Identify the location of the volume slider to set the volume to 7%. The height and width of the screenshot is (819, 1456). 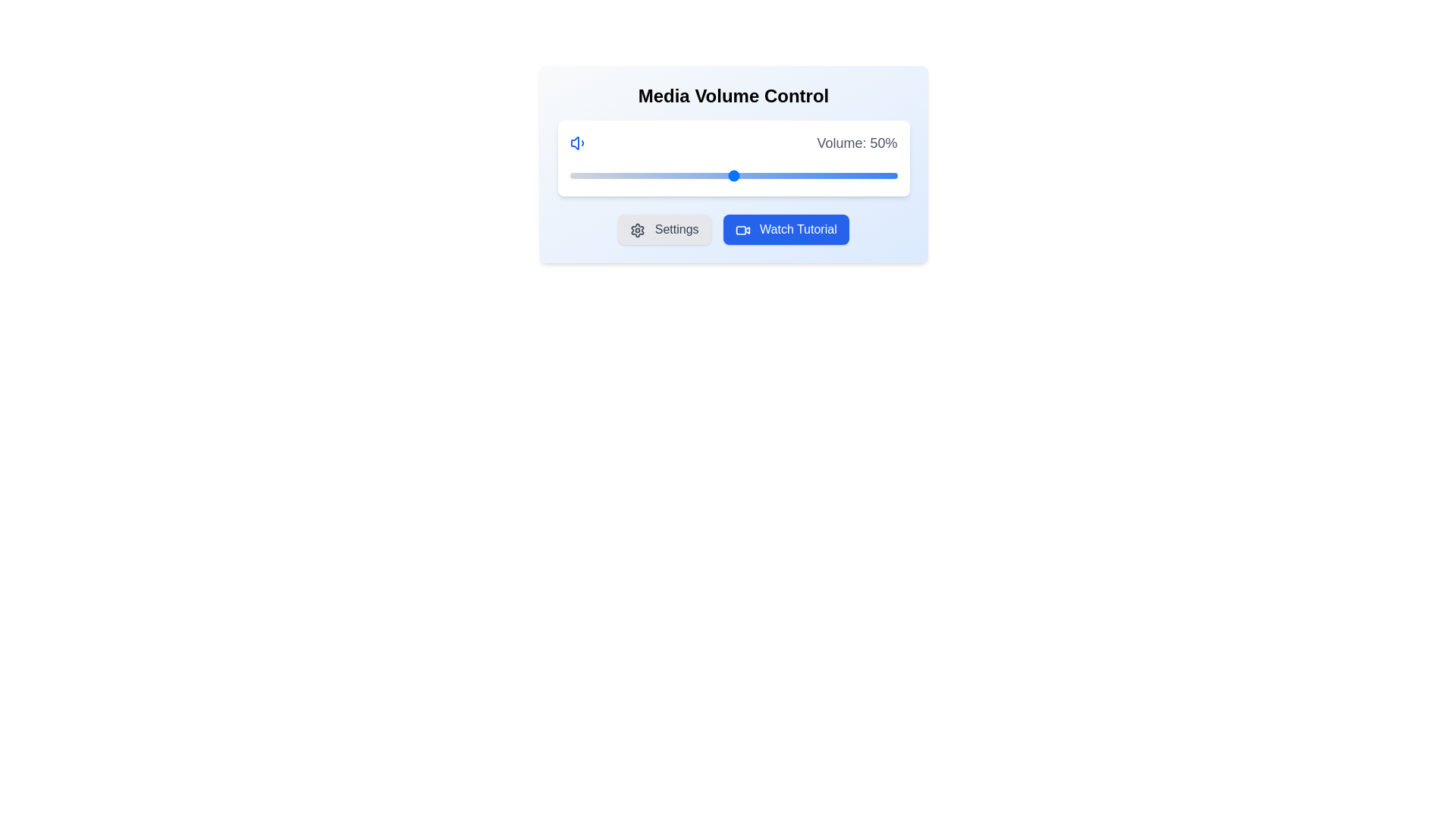
(591, 174).